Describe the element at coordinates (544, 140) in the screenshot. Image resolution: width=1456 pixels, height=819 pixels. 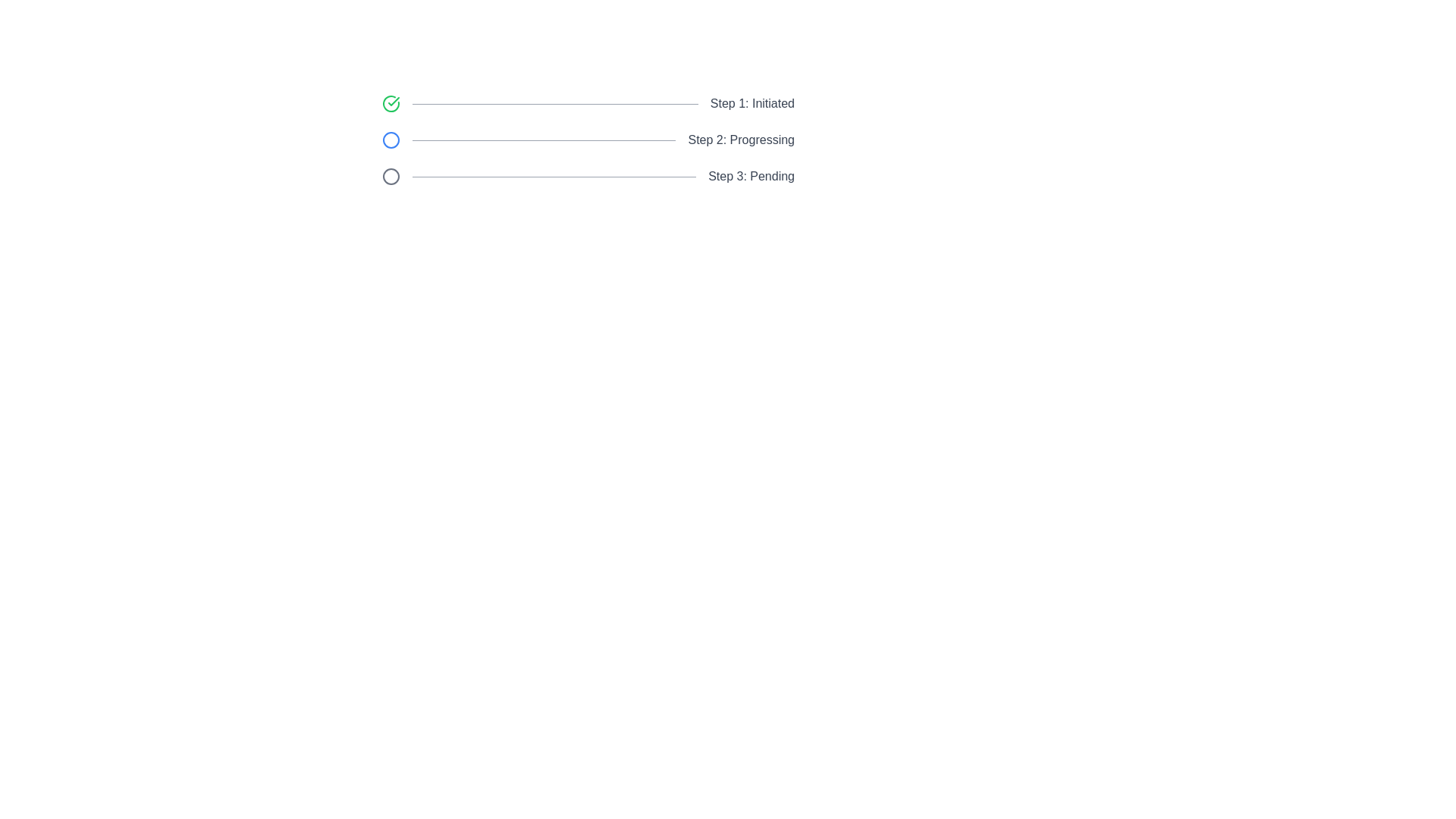
I see `the Separator Line that visually connects the step's indicator icon to its name, positioned between the blue circle on the left and descriptive text on the right for 'Step 2: Progressing'` at that location.